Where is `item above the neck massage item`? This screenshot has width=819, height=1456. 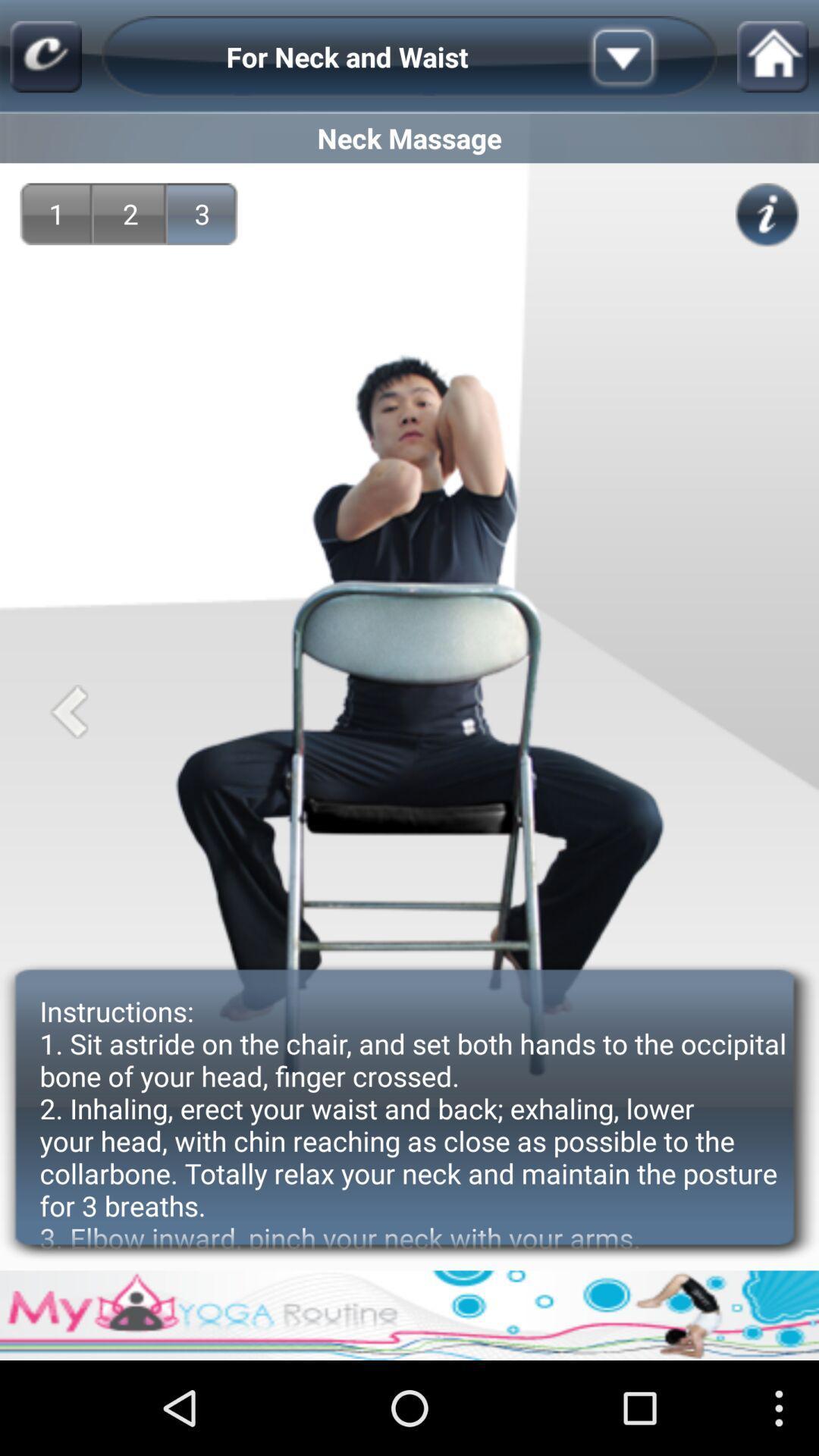
item above the neck massage item is located at coordinates (45, 57).